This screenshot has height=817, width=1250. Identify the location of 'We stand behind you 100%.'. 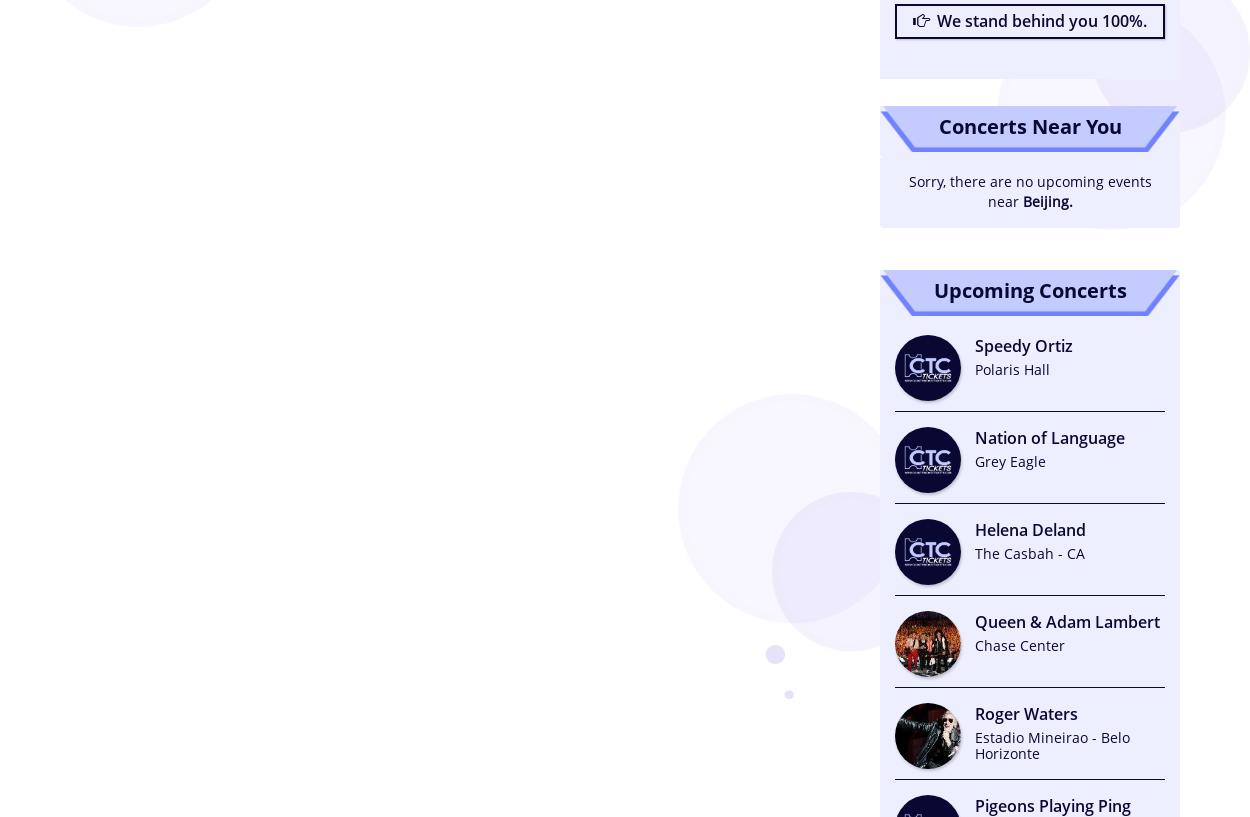
(1038, 19).